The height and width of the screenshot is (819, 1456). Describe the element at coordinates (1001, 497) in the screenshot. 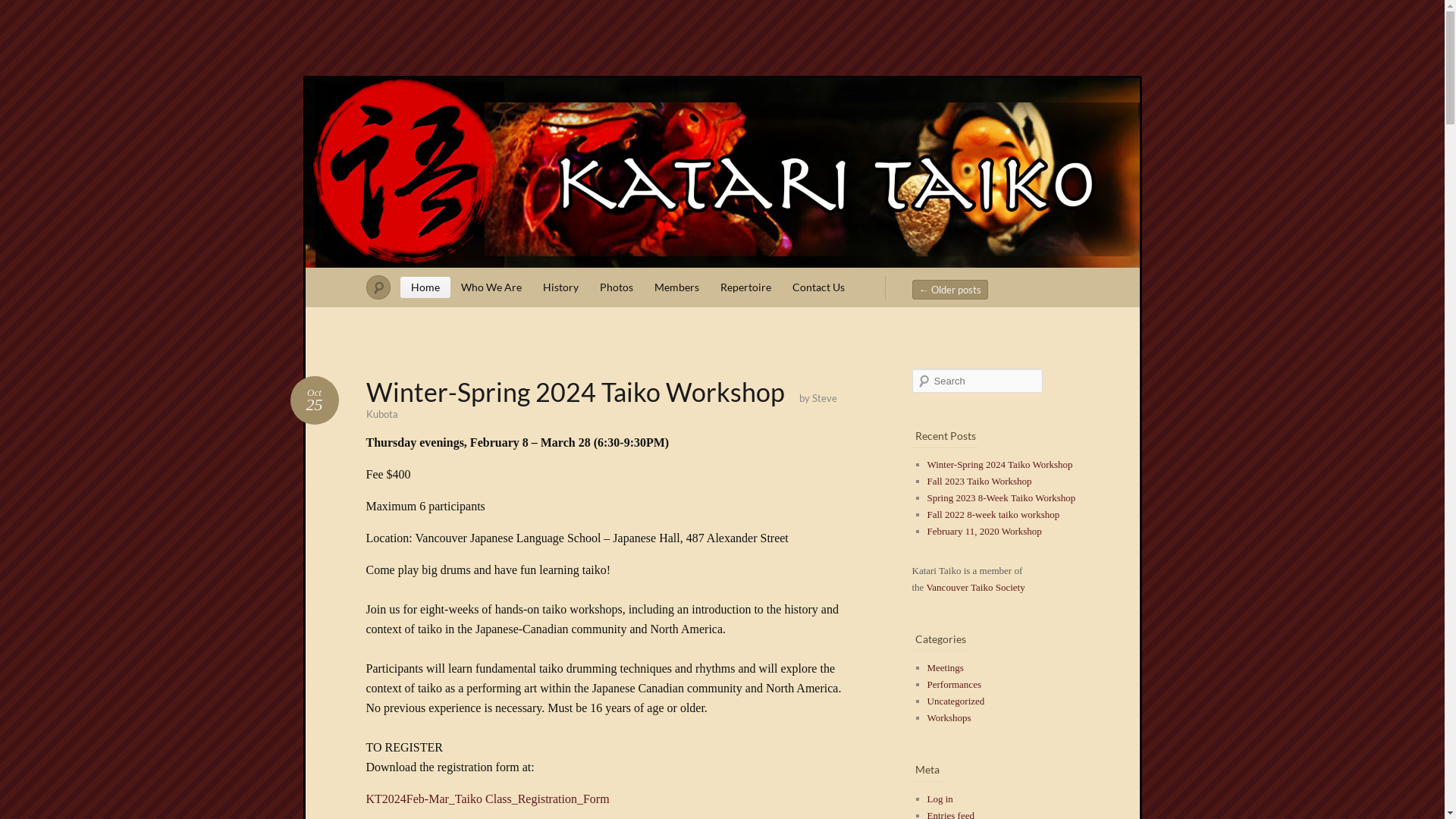

I see `'Spring 2023 8-Week Taiko Workshop'` at that location.